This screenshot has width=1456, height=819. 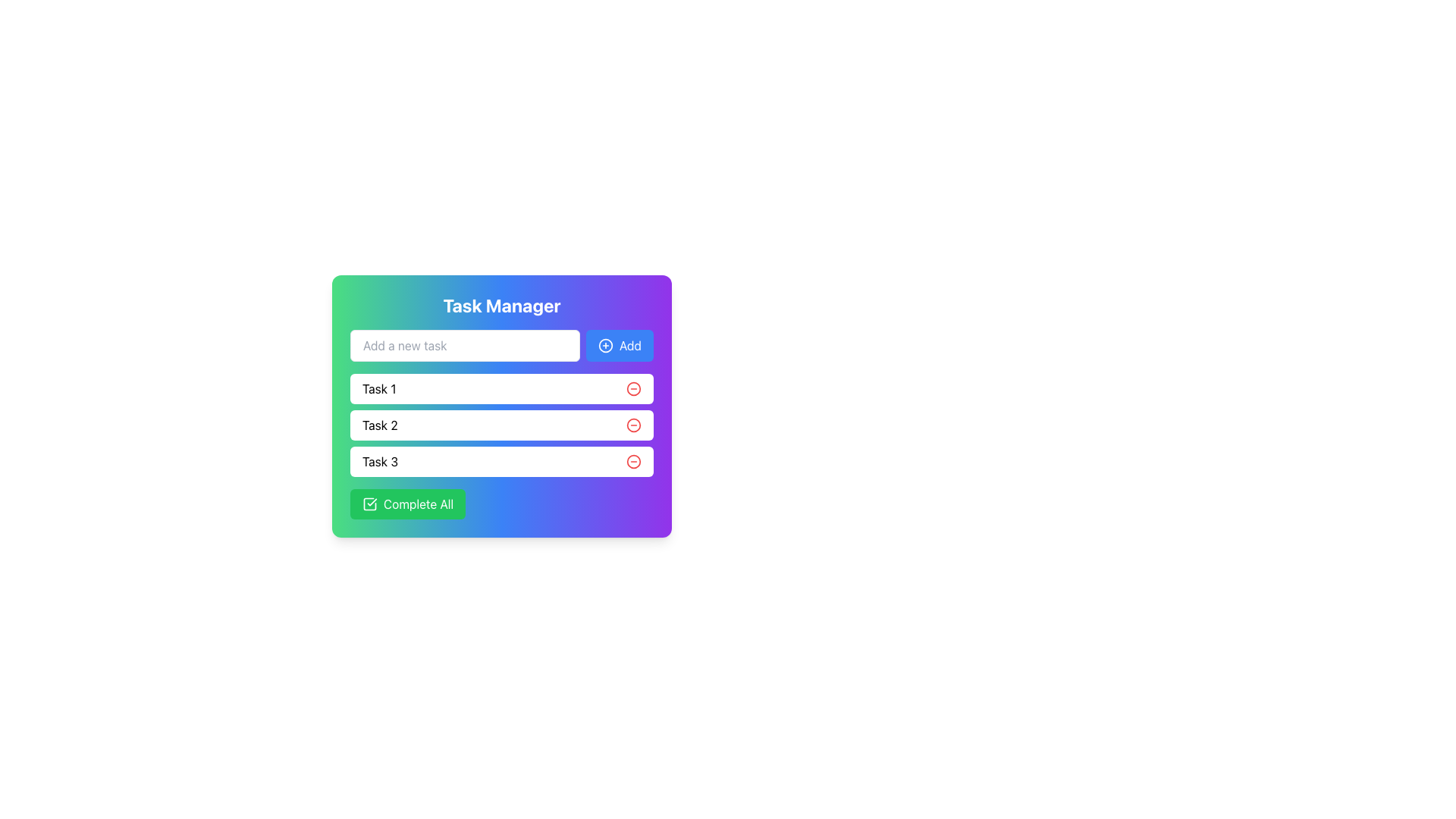 What do you see at coordinates (379, 388) in the screenshot?
I see `the text label representing the individual task in the first row of the task list, positioned above 'Task 2' and below the input field for adding a new task` at bounding box center [379, 388].